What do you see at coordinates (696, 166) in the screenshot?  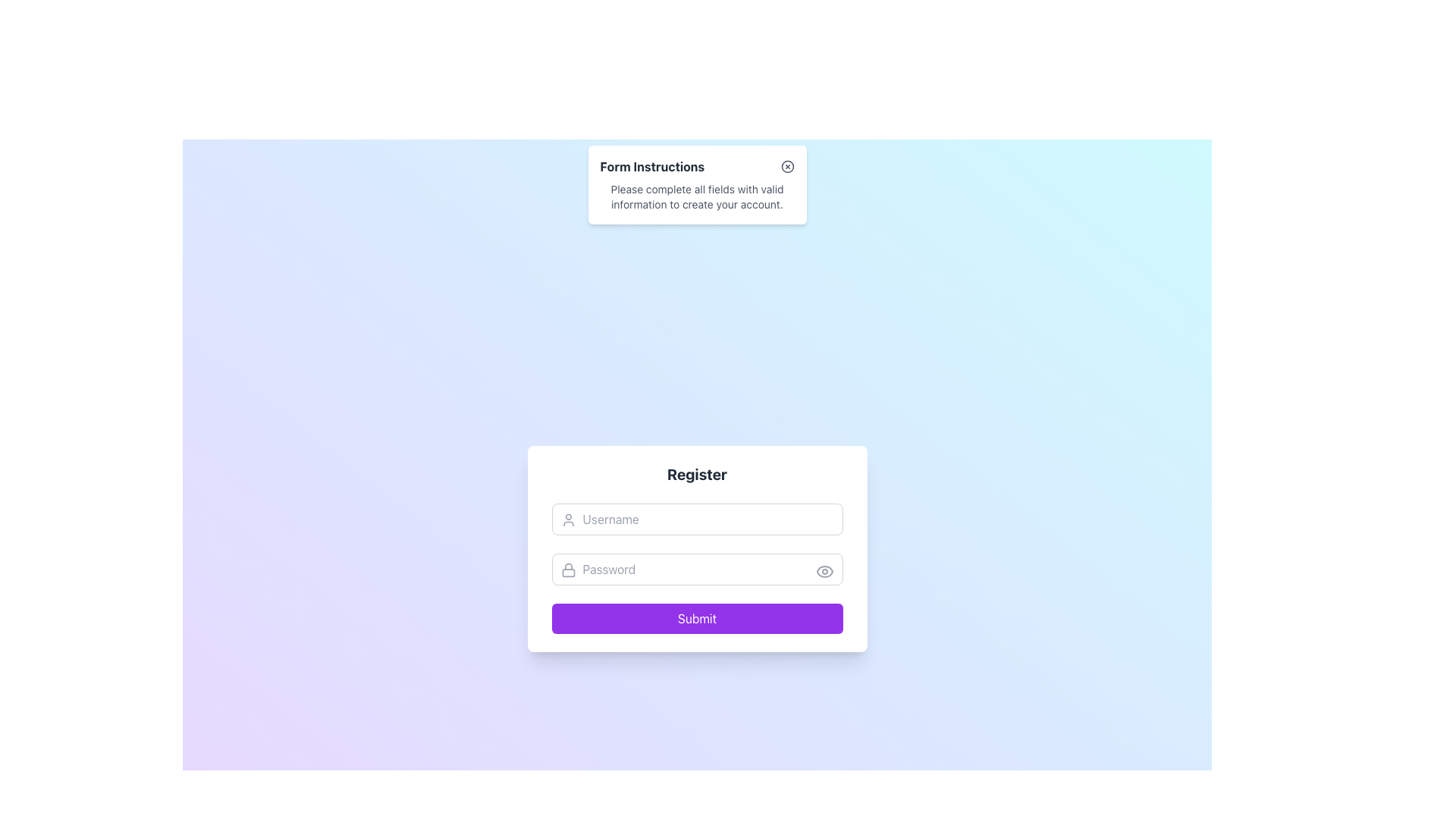 I see `title 'Form Instructions' of the header that includes a close button, which is positioned at the top of the floating card` at bounding box center [696, 166].